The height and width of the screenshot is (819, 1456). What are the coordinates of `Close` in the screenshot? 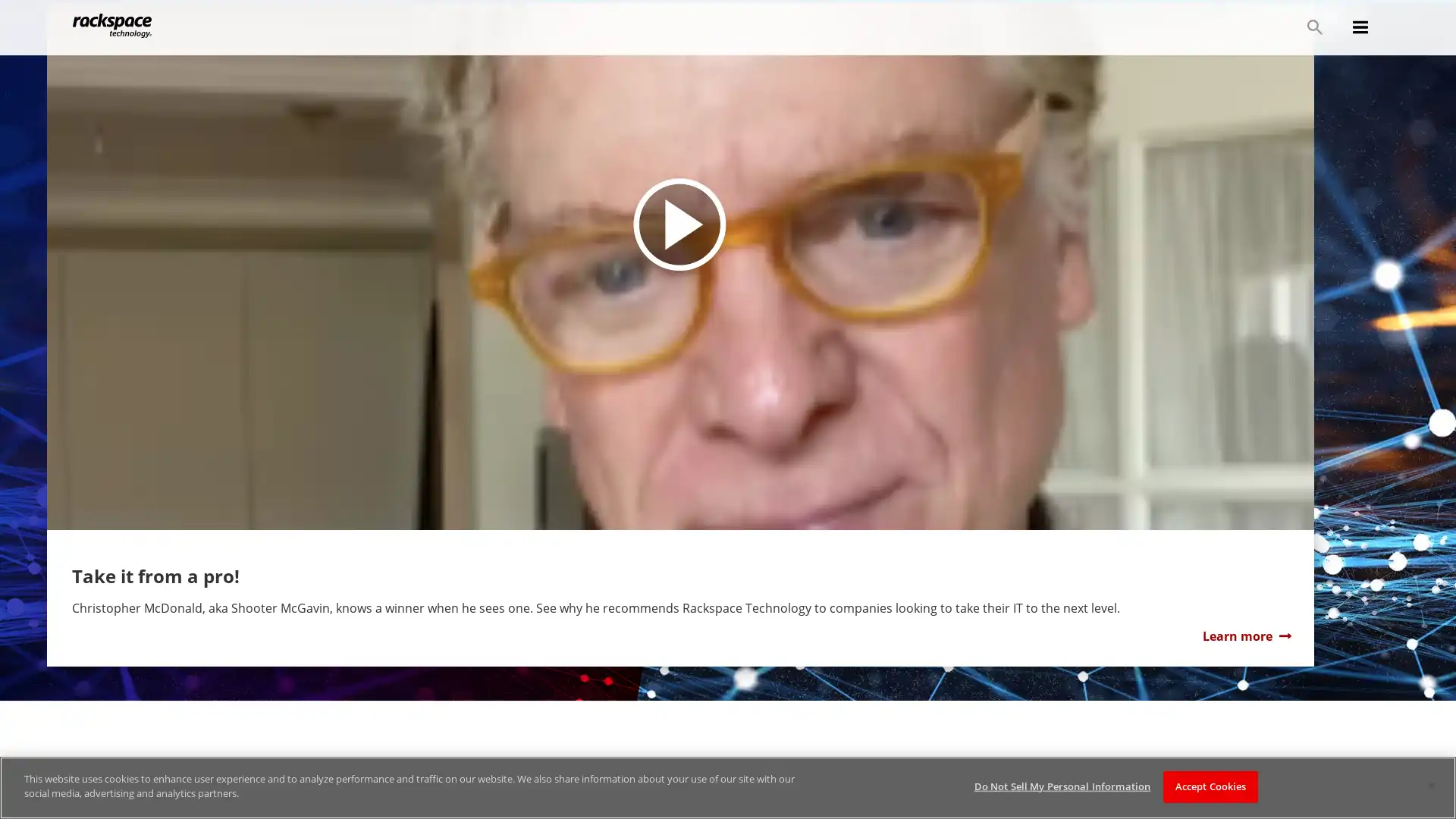 It's located at (1430, 785).